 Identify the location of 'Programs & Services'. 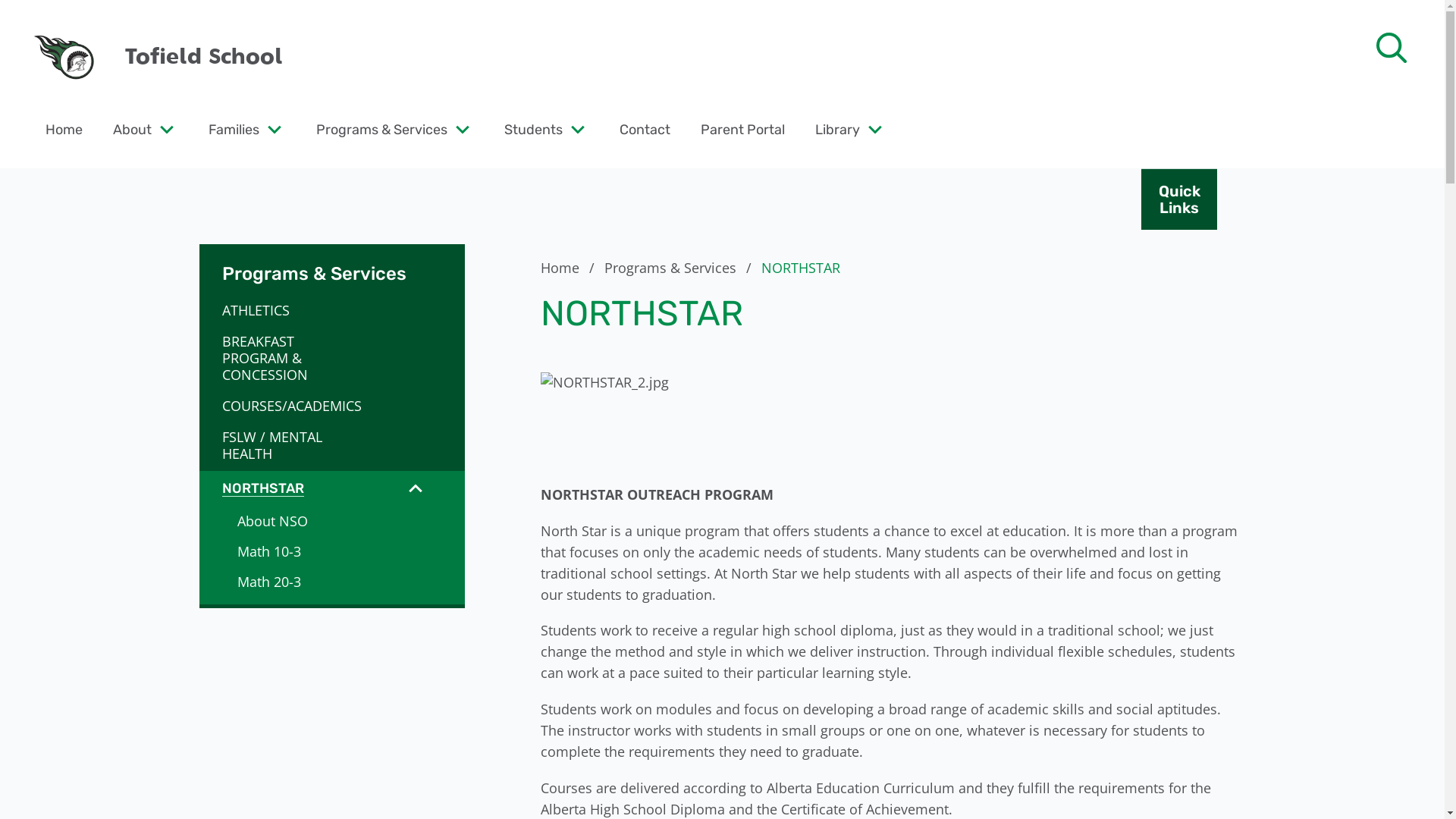
(330, 263).